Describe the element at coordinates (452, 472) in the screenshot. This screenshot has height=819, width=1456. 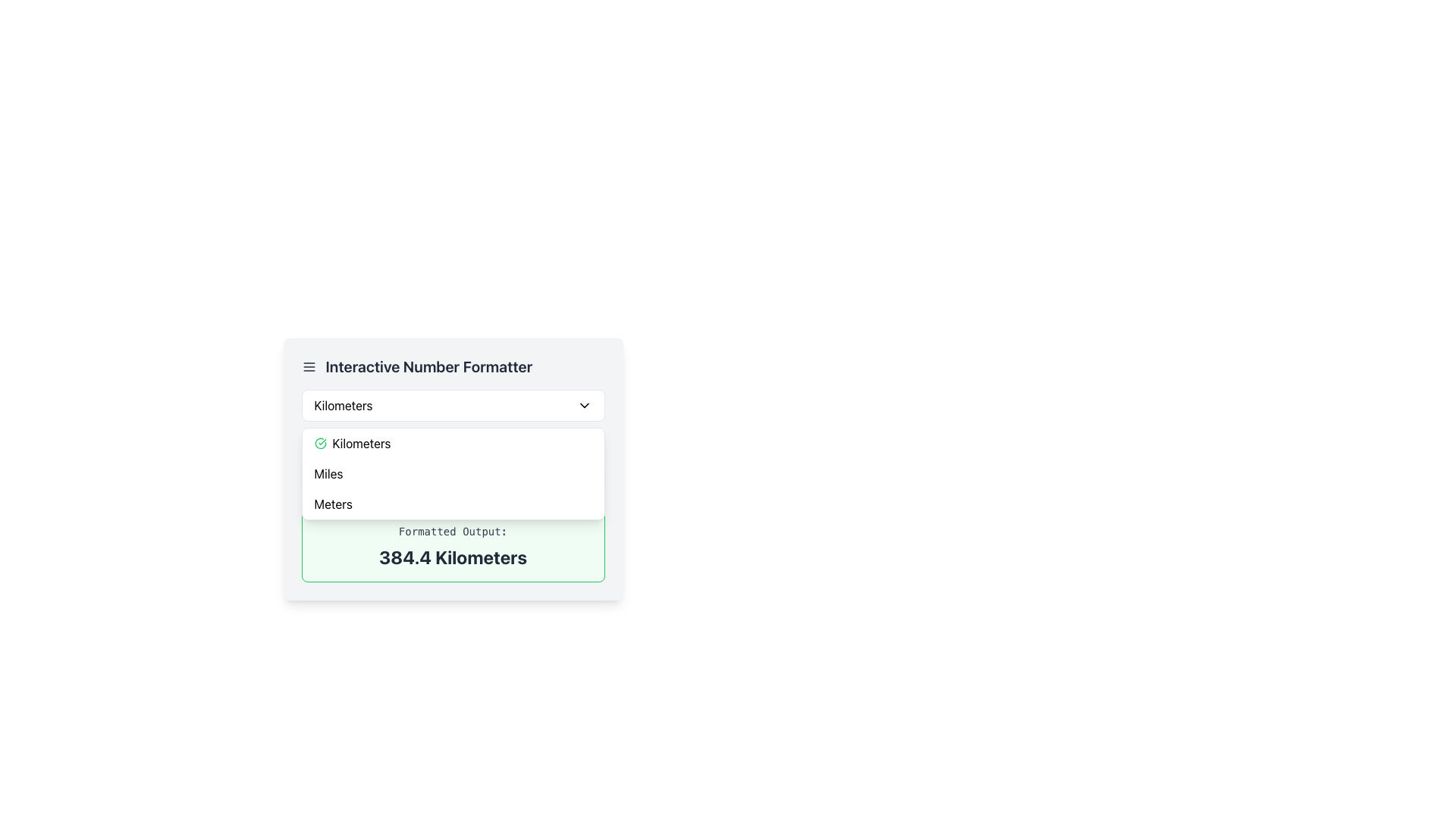
I see `the 'Miles' option in the dropdown menu, which is the second choice below 'Kilometers' and above 'Meters'` at that location.